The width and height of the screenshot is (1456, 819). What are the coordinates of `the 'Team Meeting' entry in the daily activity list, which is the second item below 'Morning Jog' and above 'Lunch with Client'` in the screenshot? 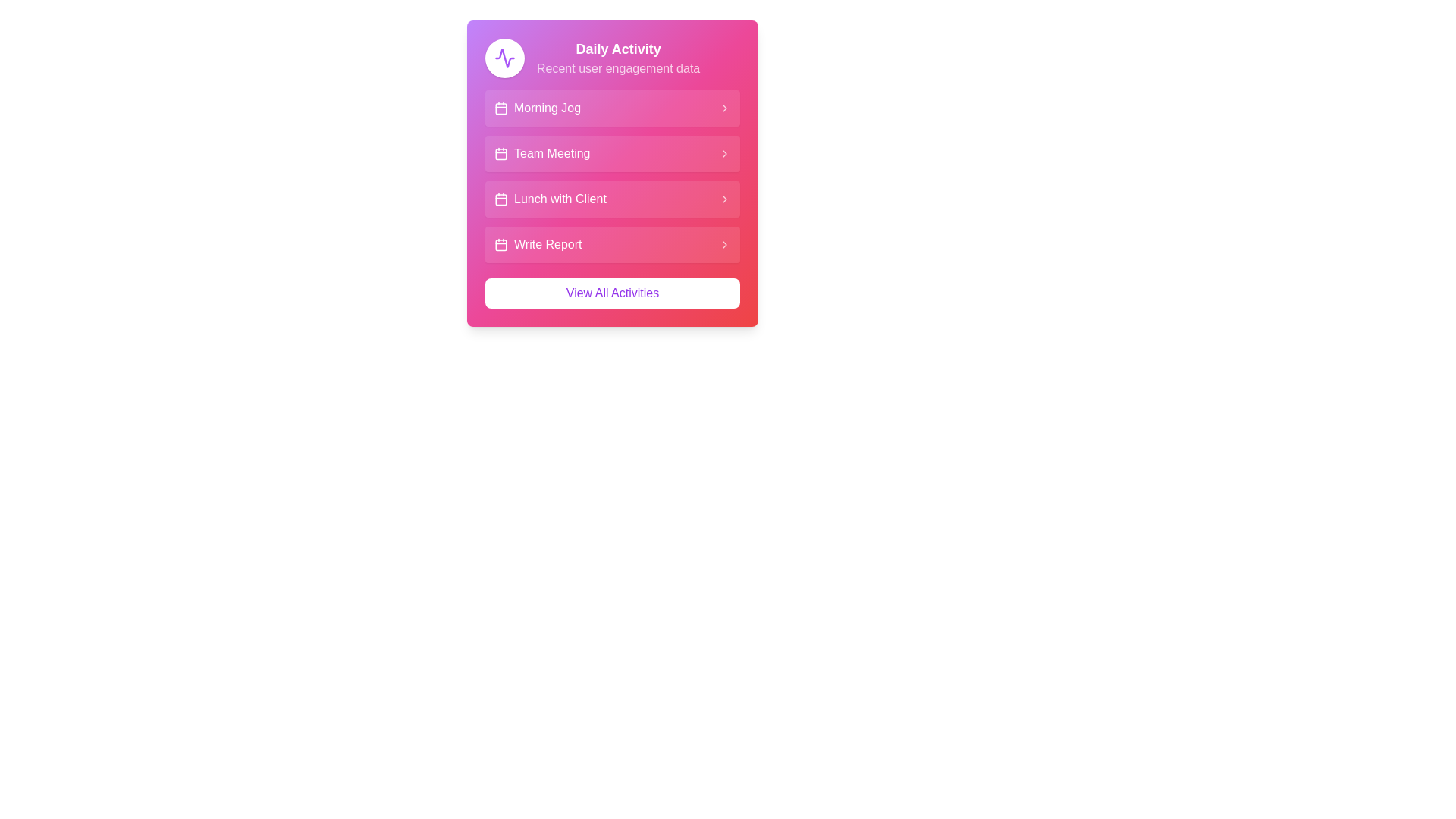 It's located at (542, 154).